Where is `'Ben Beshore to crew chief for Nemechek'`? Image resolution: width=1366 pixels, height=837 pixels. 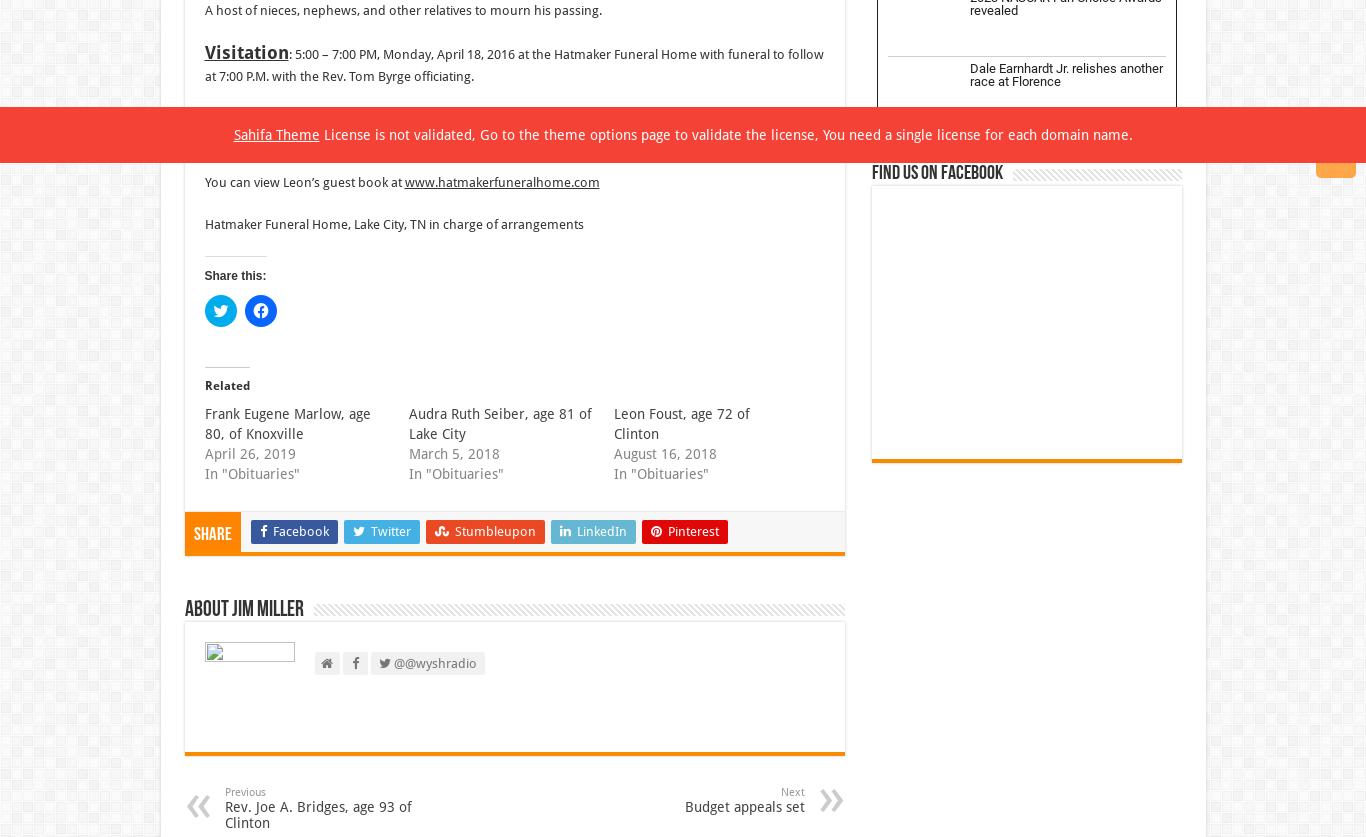
'Ben Beshore to crew chief for Nemechek' is located at coordinates (1052, 712).